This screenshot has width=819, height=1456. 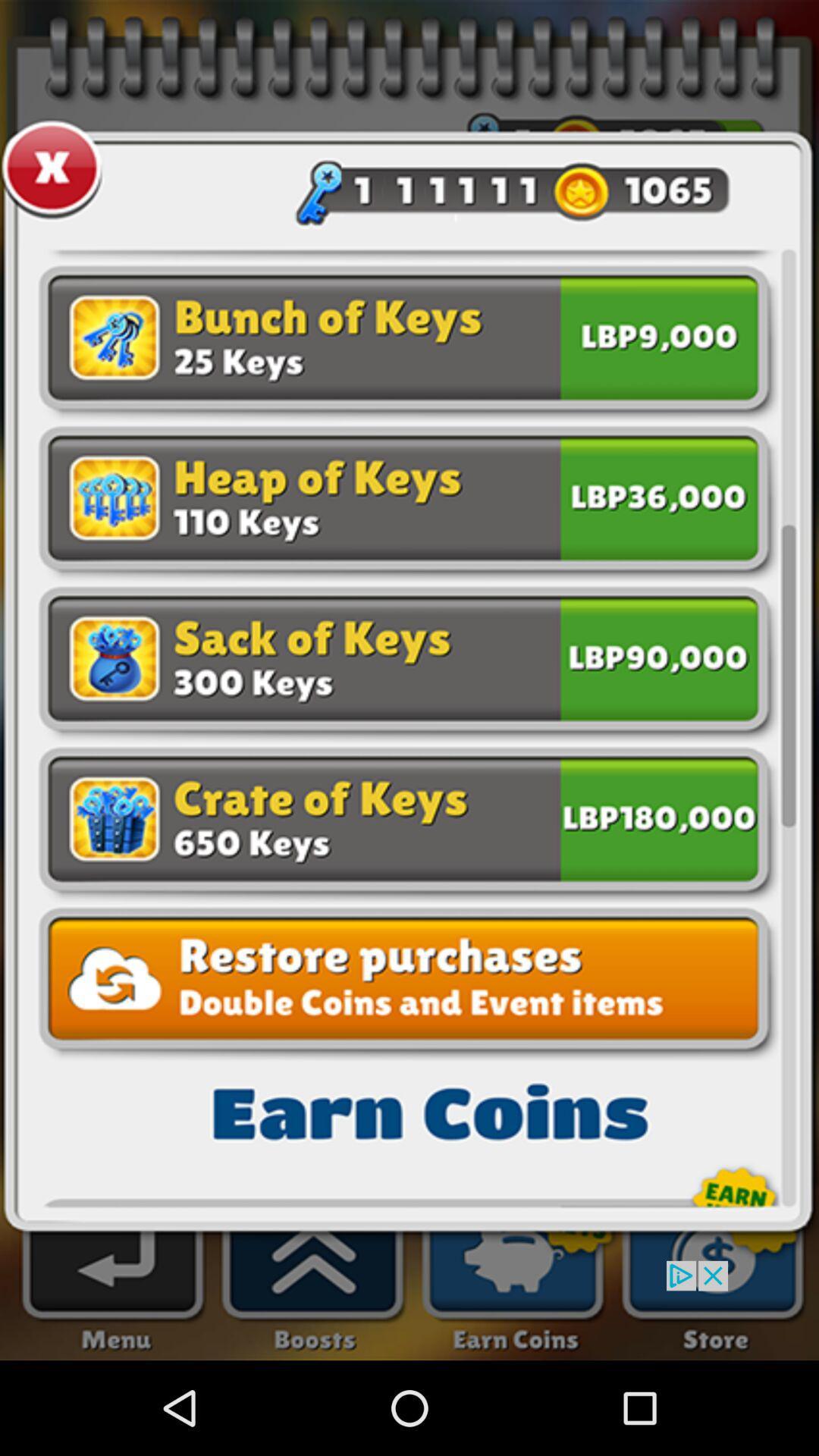 I want to click on buy bunch of keys for lbp 9,000, so click(x=658, y=340).